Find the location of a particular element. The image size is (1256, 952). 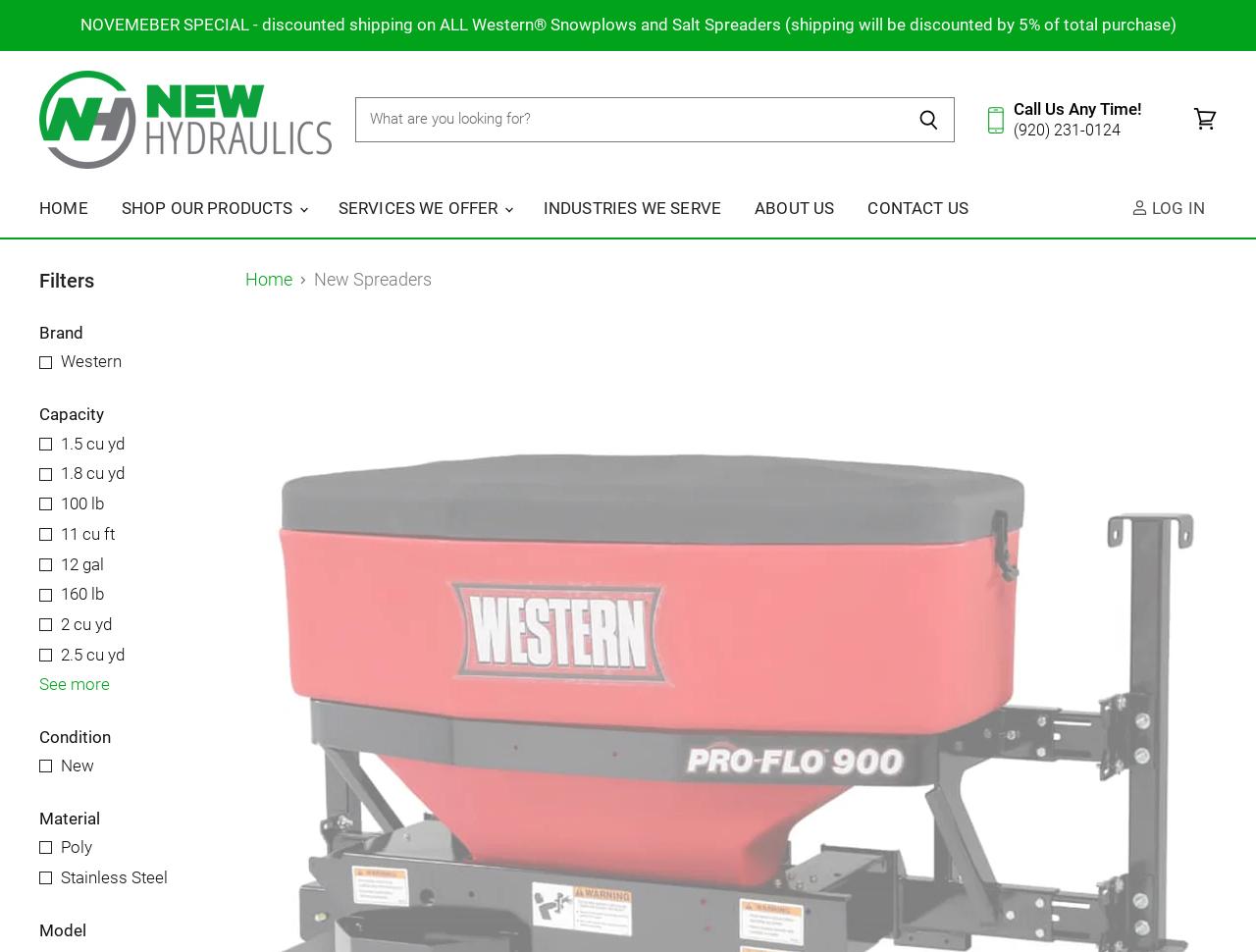

'Capacity' is located at coordinates (71, 414).